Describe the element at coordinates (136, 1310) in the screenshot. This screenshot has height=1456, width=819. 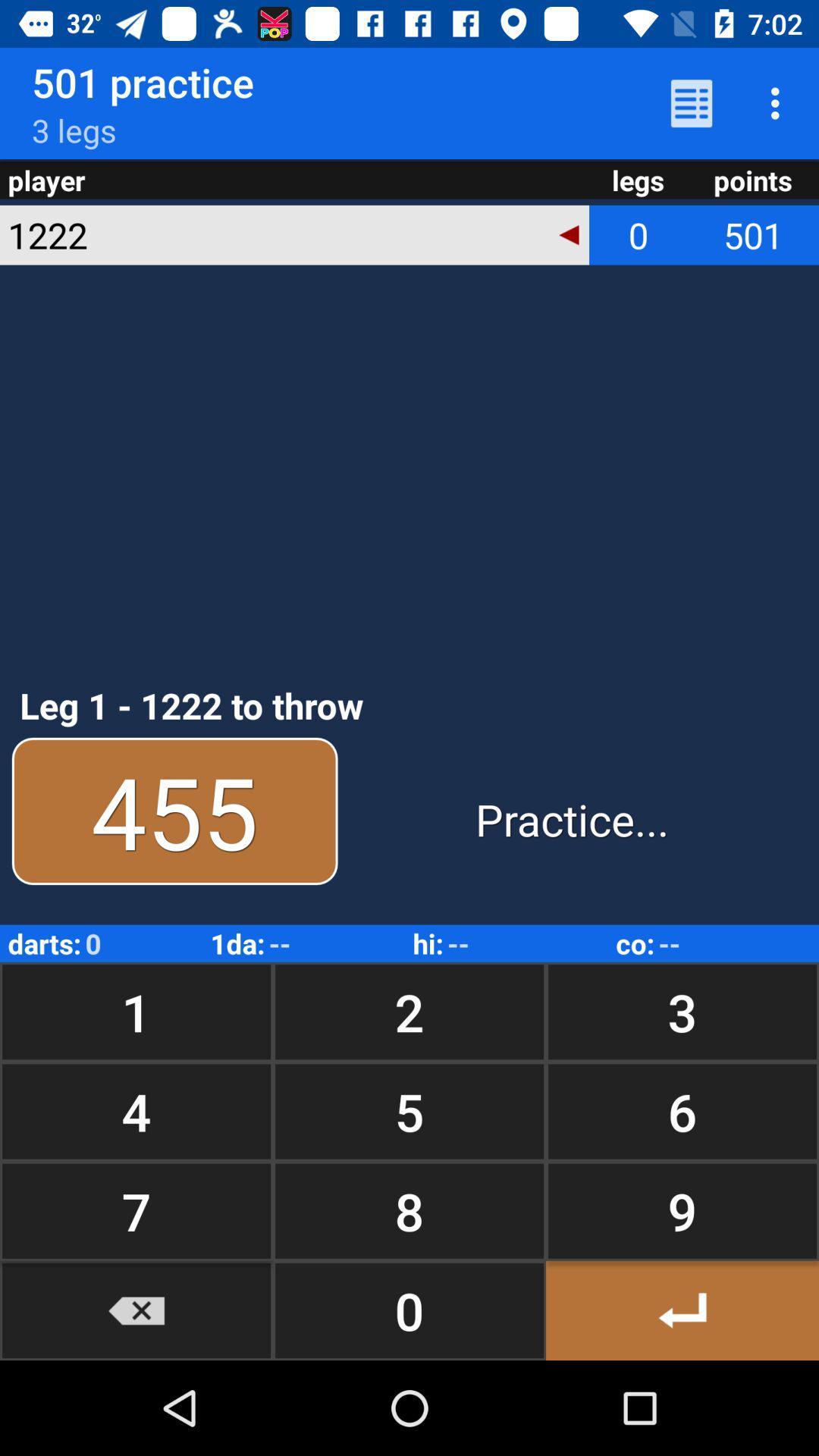
I see `delete a digit` at that location.